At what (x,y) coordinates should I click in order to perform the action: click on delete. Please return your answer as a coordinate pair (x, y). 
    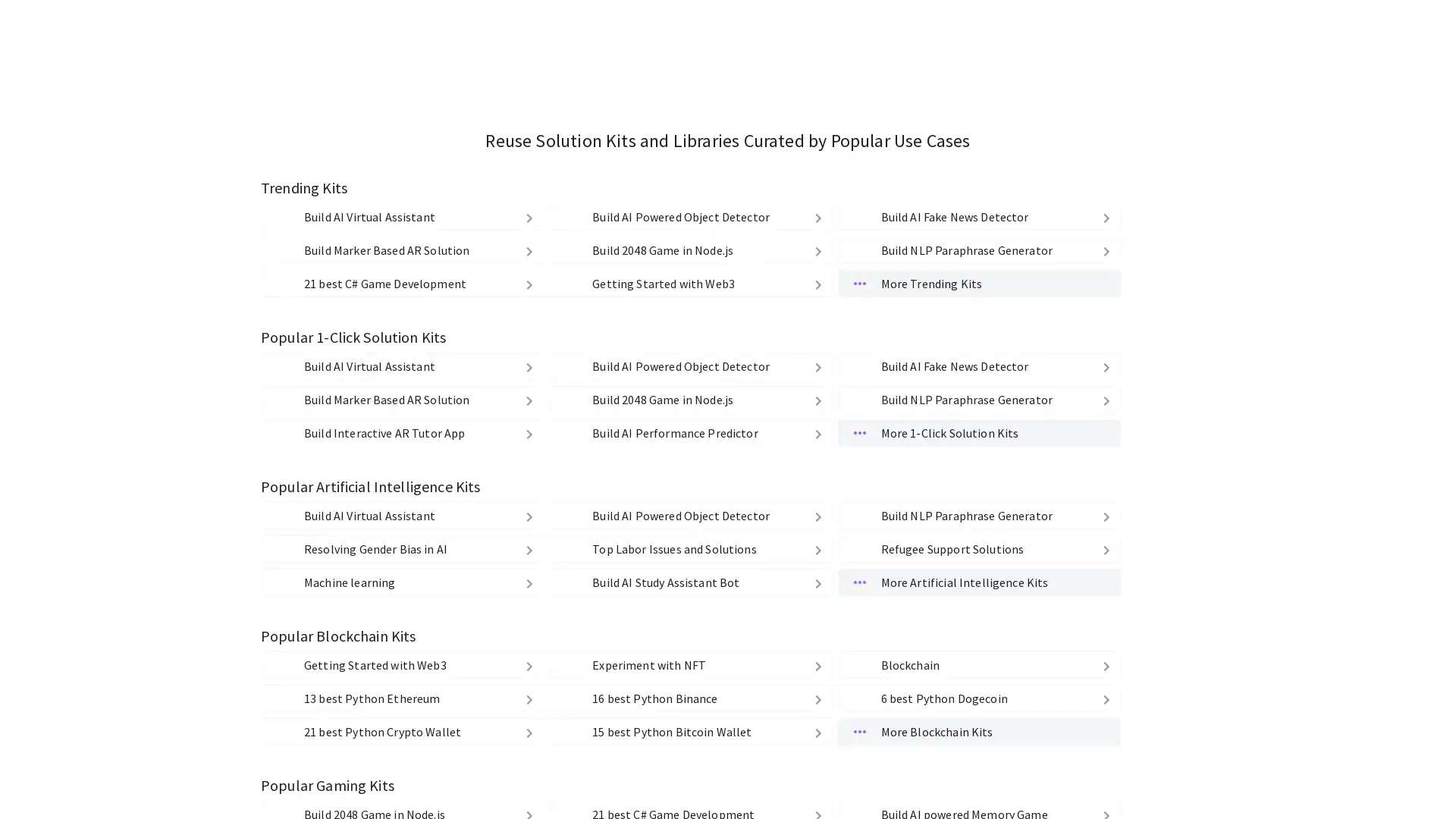
    Looking at the image, I should click on (817, 632).